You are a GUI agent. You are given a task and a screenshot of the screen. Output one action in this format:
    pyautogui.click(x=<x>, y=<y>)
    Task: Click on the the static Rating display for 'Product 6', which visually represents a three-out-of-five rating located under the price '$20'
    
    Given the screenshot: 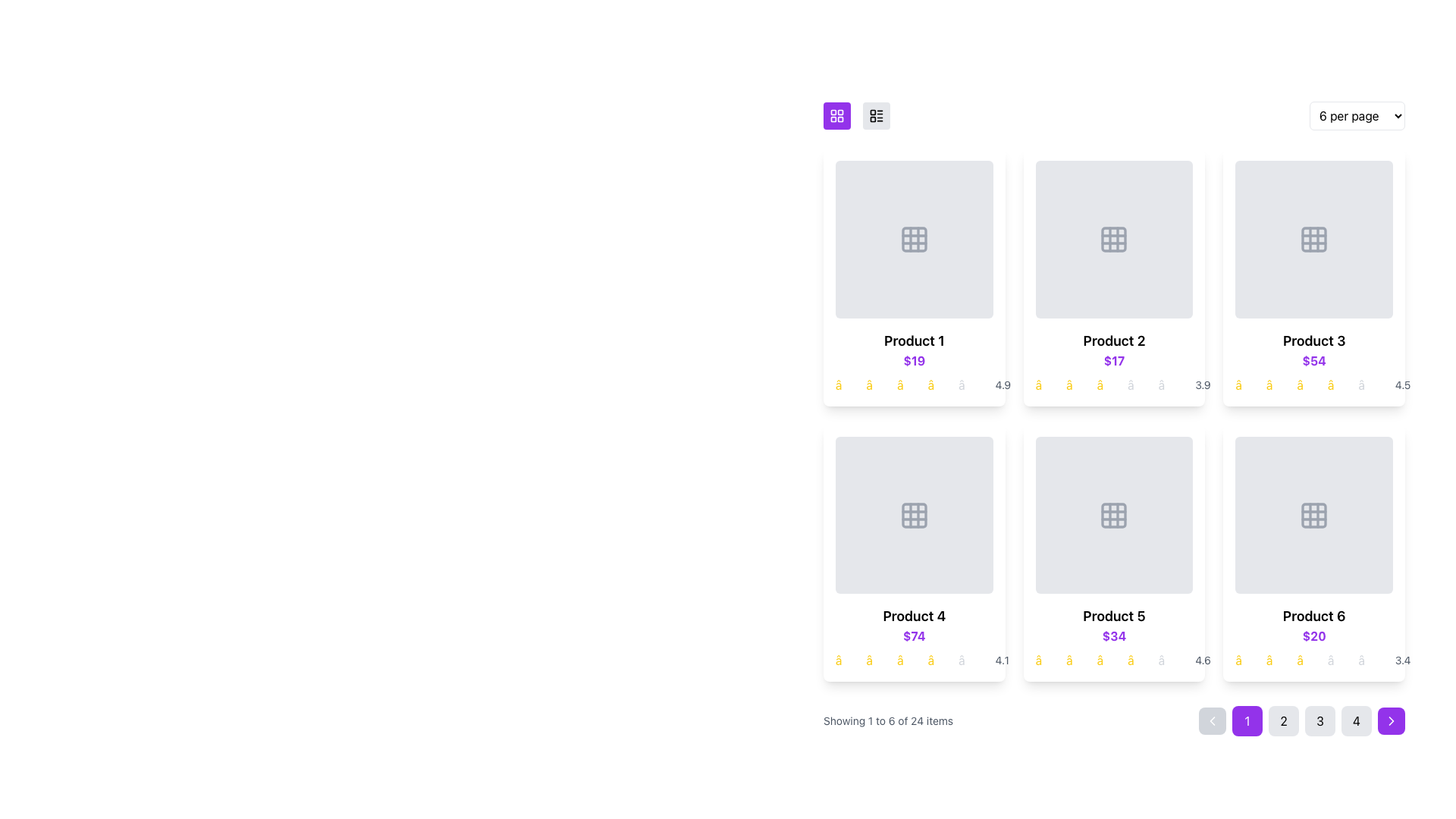 What is the action you would take?
    pyautogui.click(x=1311, y=660)
    